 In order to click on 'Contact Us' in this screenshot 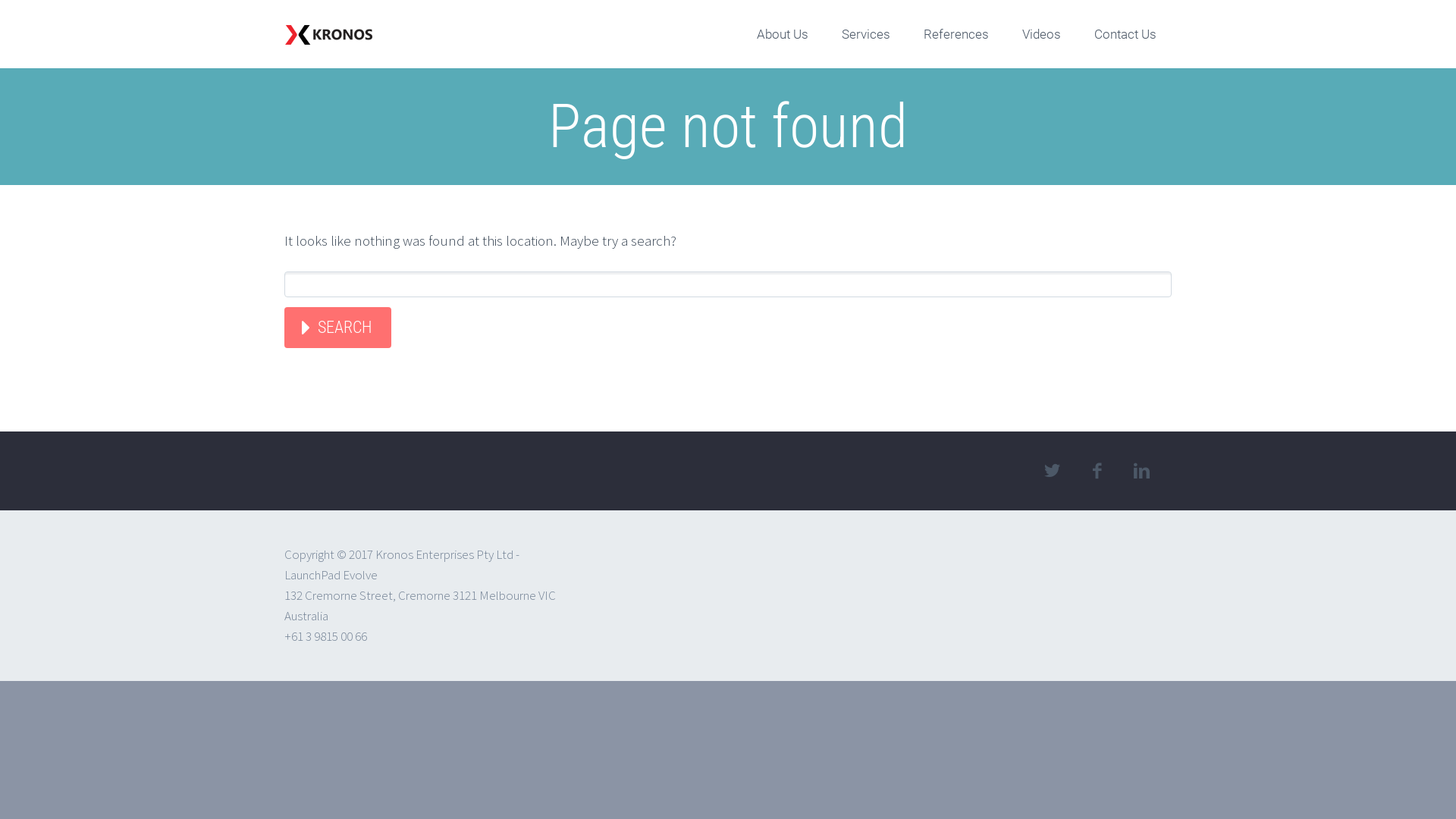, I will do `click(1125, 34)`.